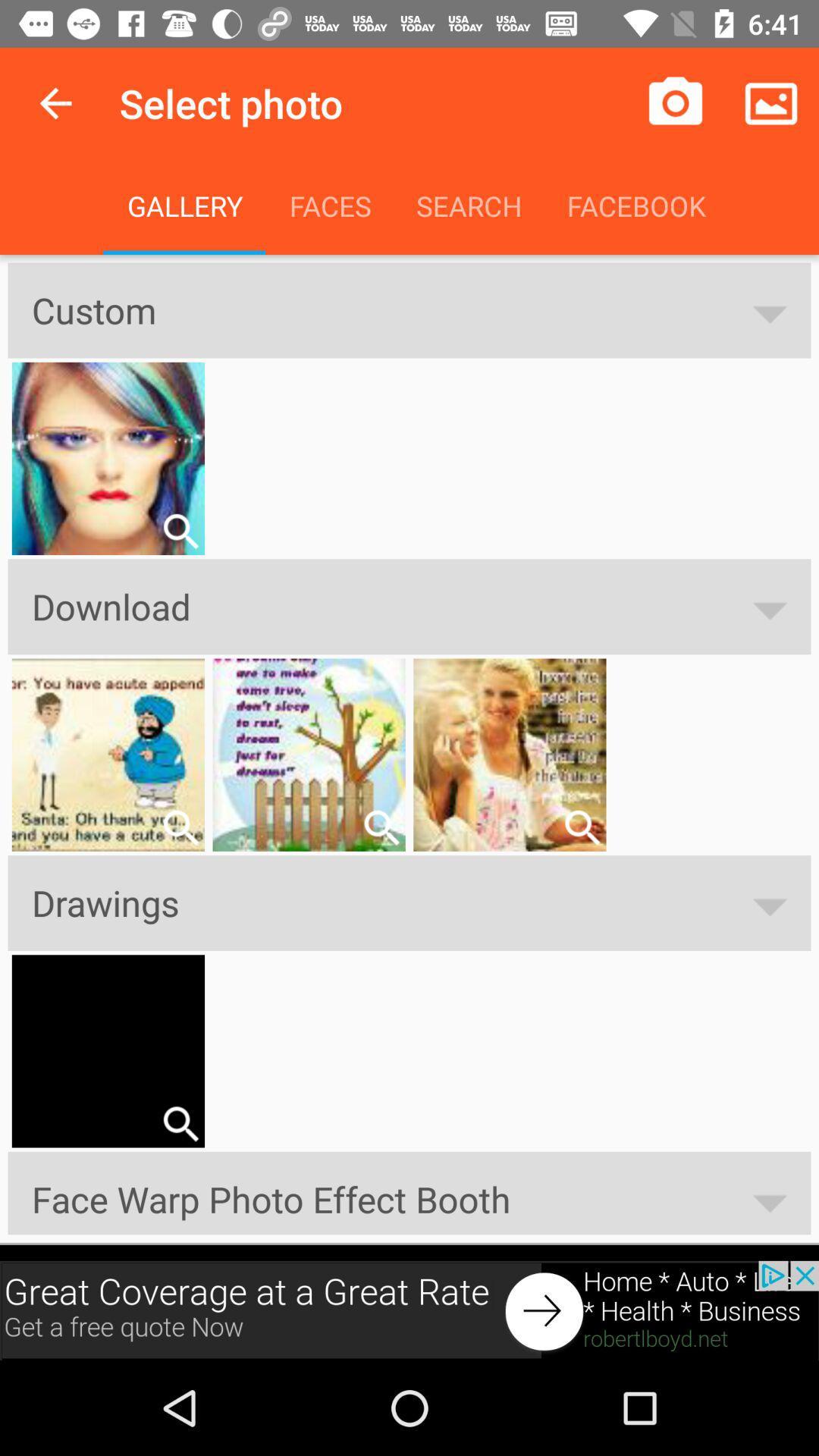 The width and height of the screenshot is (819, 1456). I want to click on search in the option, so click(381, 827).